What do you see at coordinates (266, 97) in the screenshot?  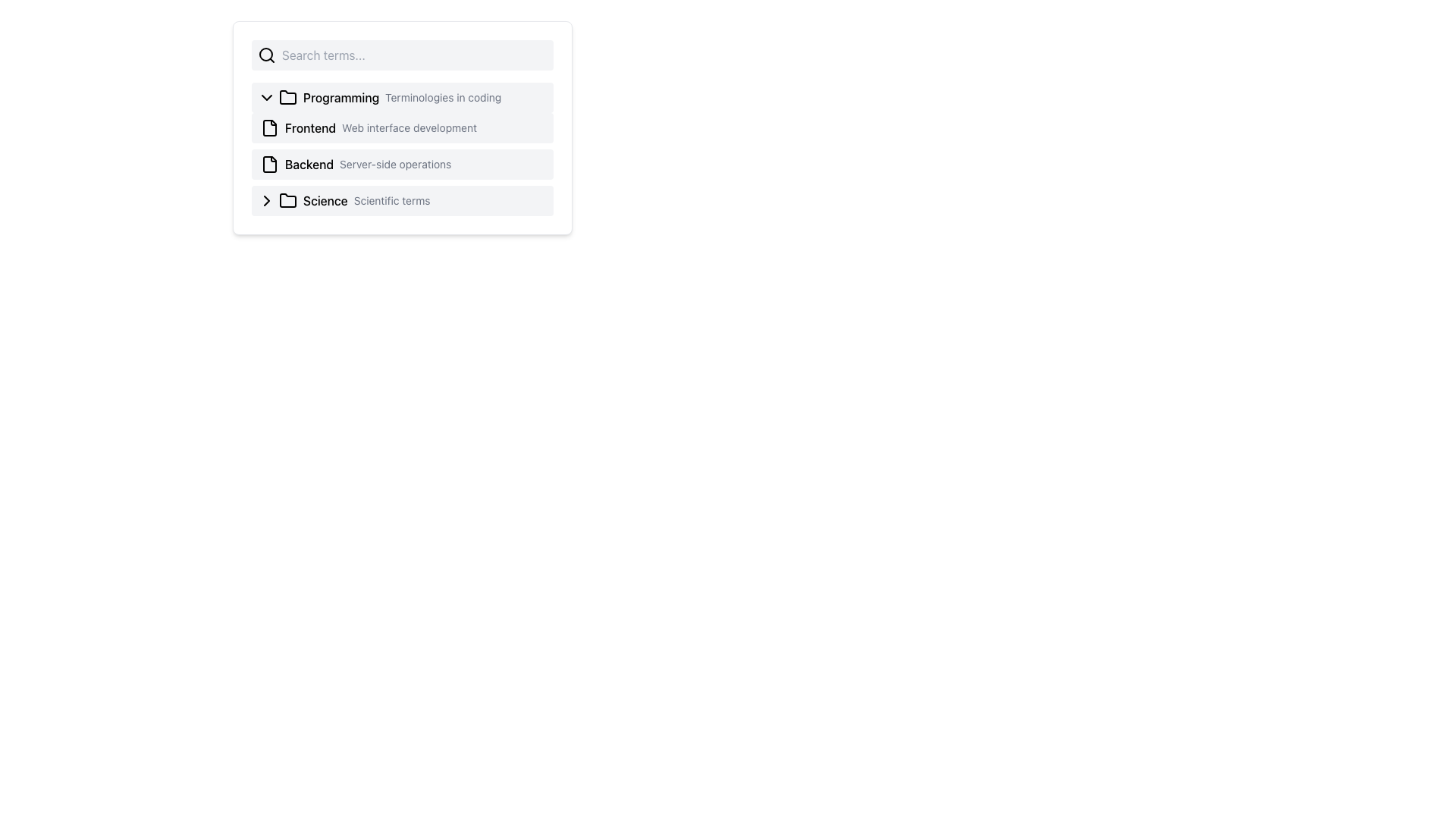 I see `the chevron icon indicating the collapsible section for 'Programming Terminologies in coding', located to the left of the text 'Programming'` at bounding box center [266, 97].